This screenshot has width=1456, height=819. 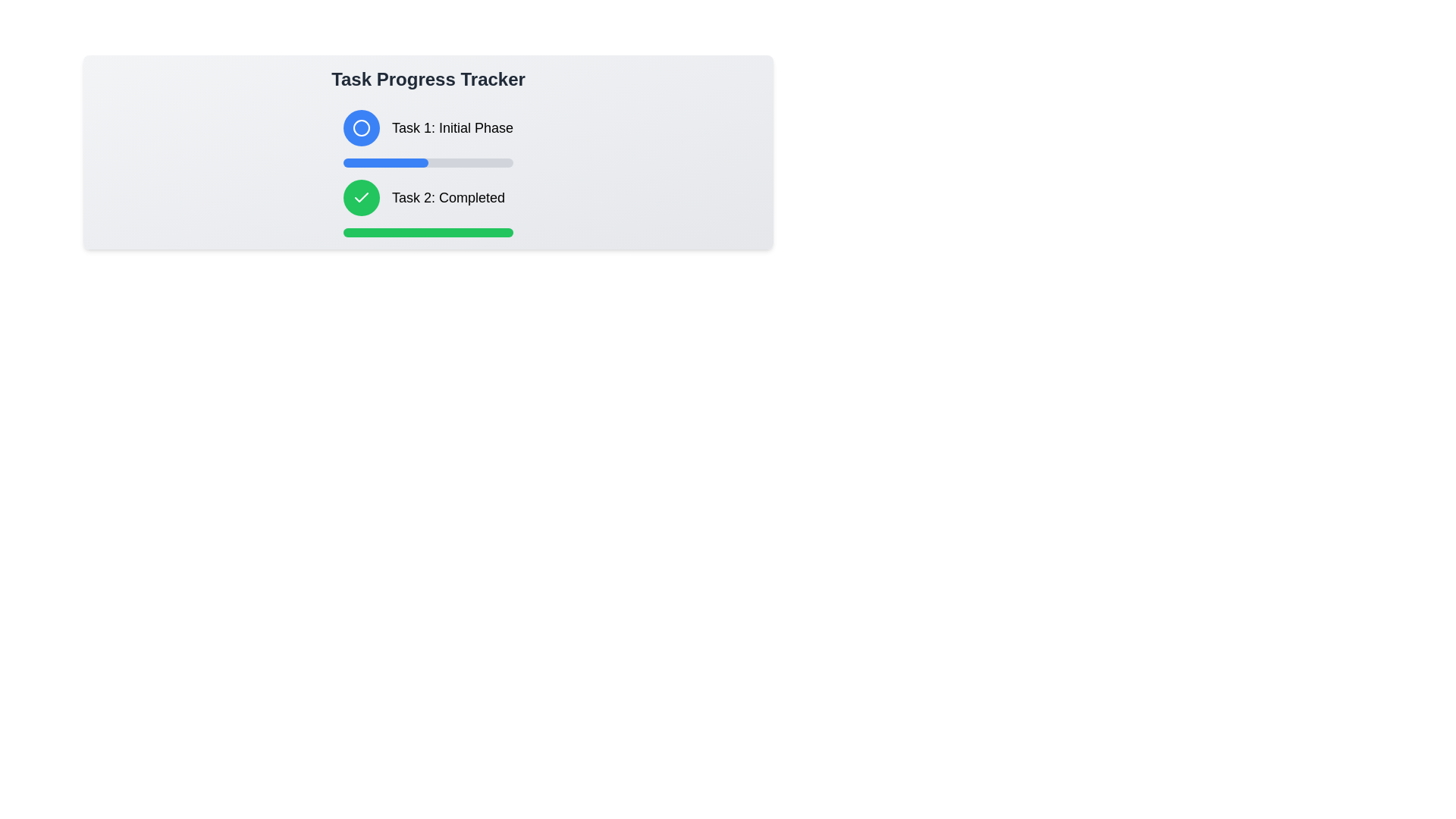 What do you see at coordinates (451, 127) in the screenshot?
I see `the text label 'Task 1: Initial Phase' which is a medium weight, large size text aligned with a circular blue icon on its left` at bounding box center [451, 127].